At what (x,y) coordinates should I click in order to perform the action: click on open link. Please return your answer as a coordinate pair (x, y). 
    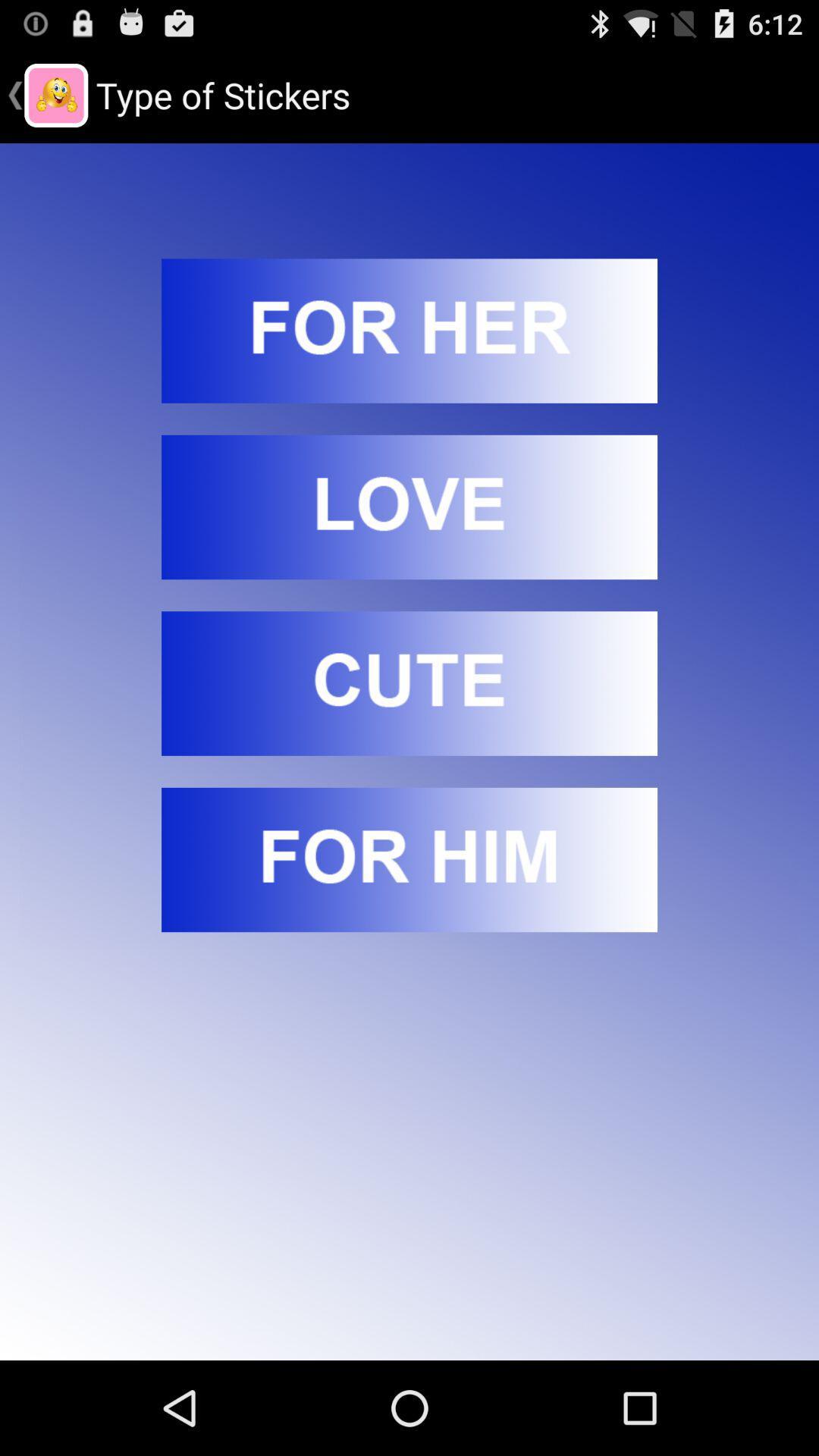
    Looking at the image, I should click on (409, 330).